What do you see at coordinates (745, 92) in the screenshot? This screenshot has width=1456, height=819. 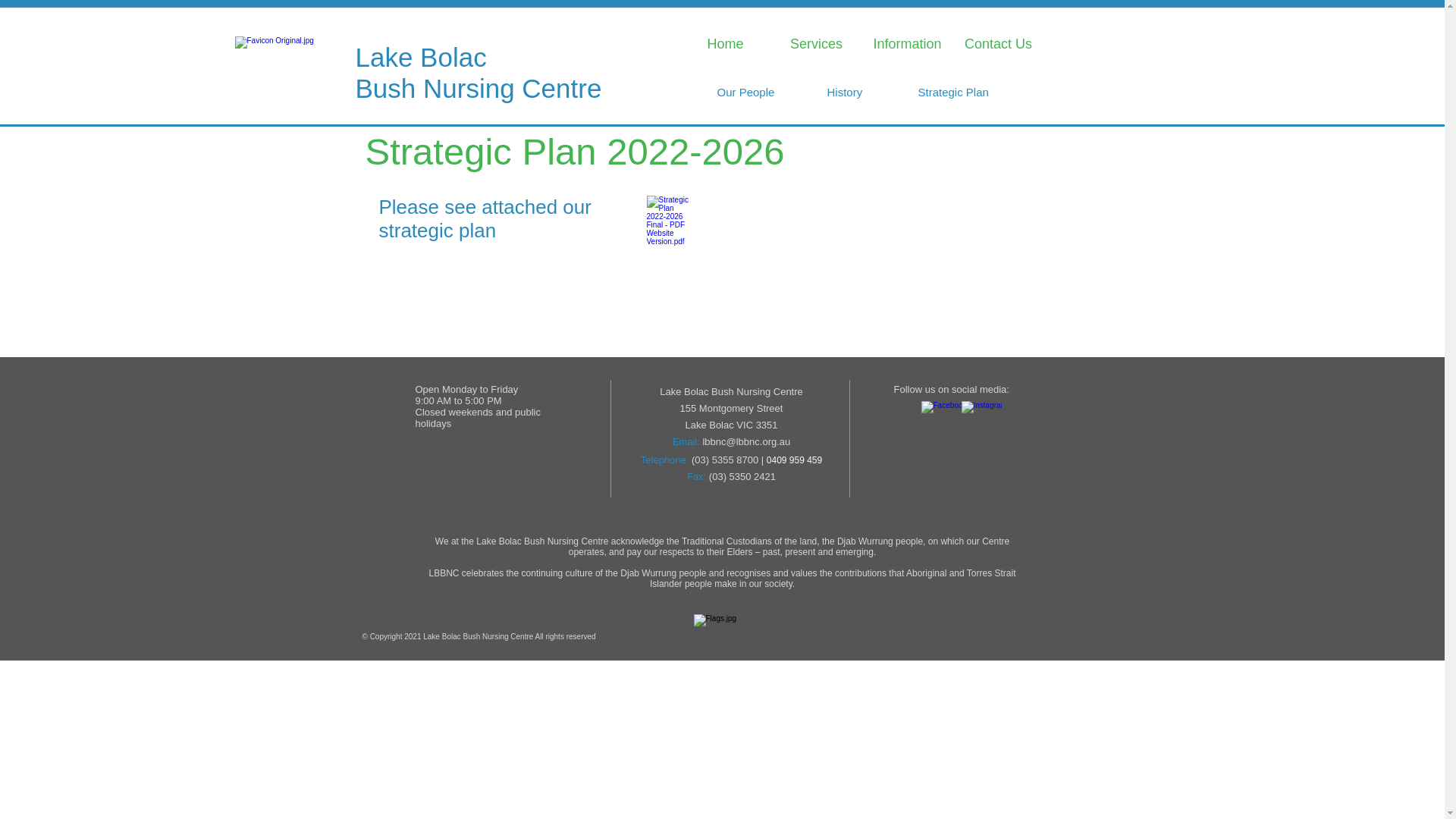 I see `'Our People'` at bounding box center [745, 92].